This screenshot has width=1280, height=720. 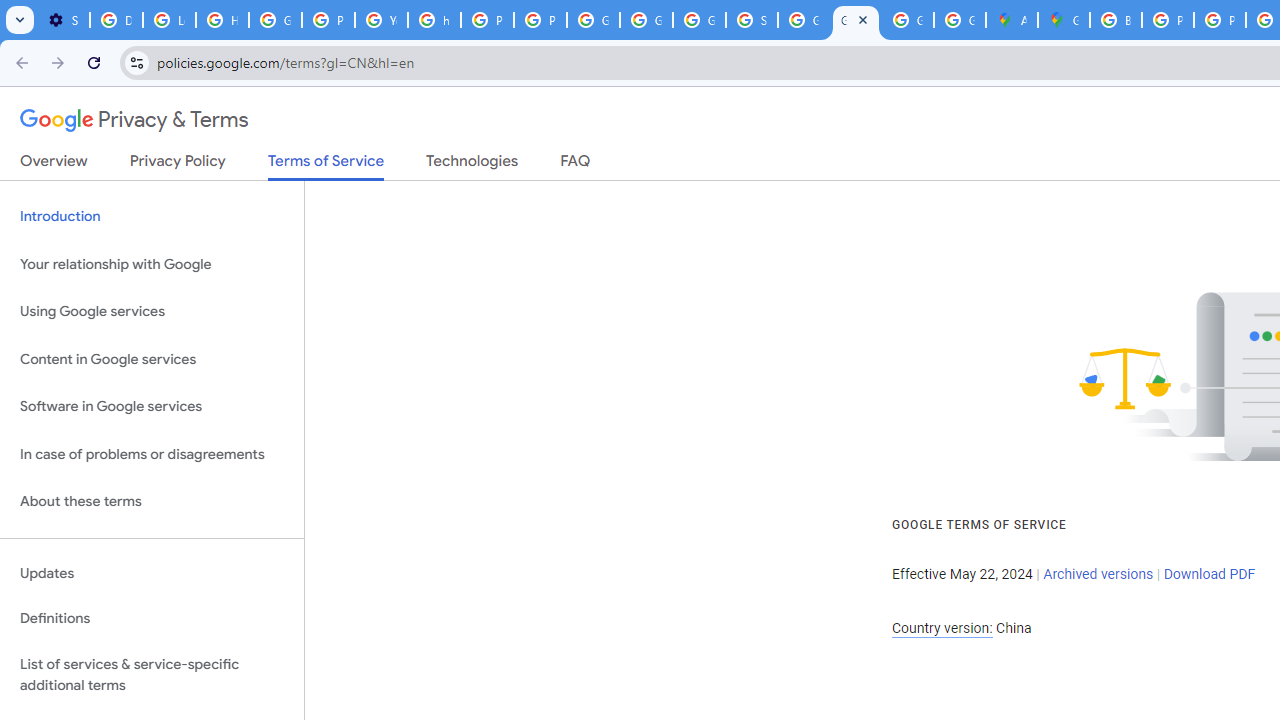 I want to click on 'In case of problems or disagreements', so click(x=151, y=454).